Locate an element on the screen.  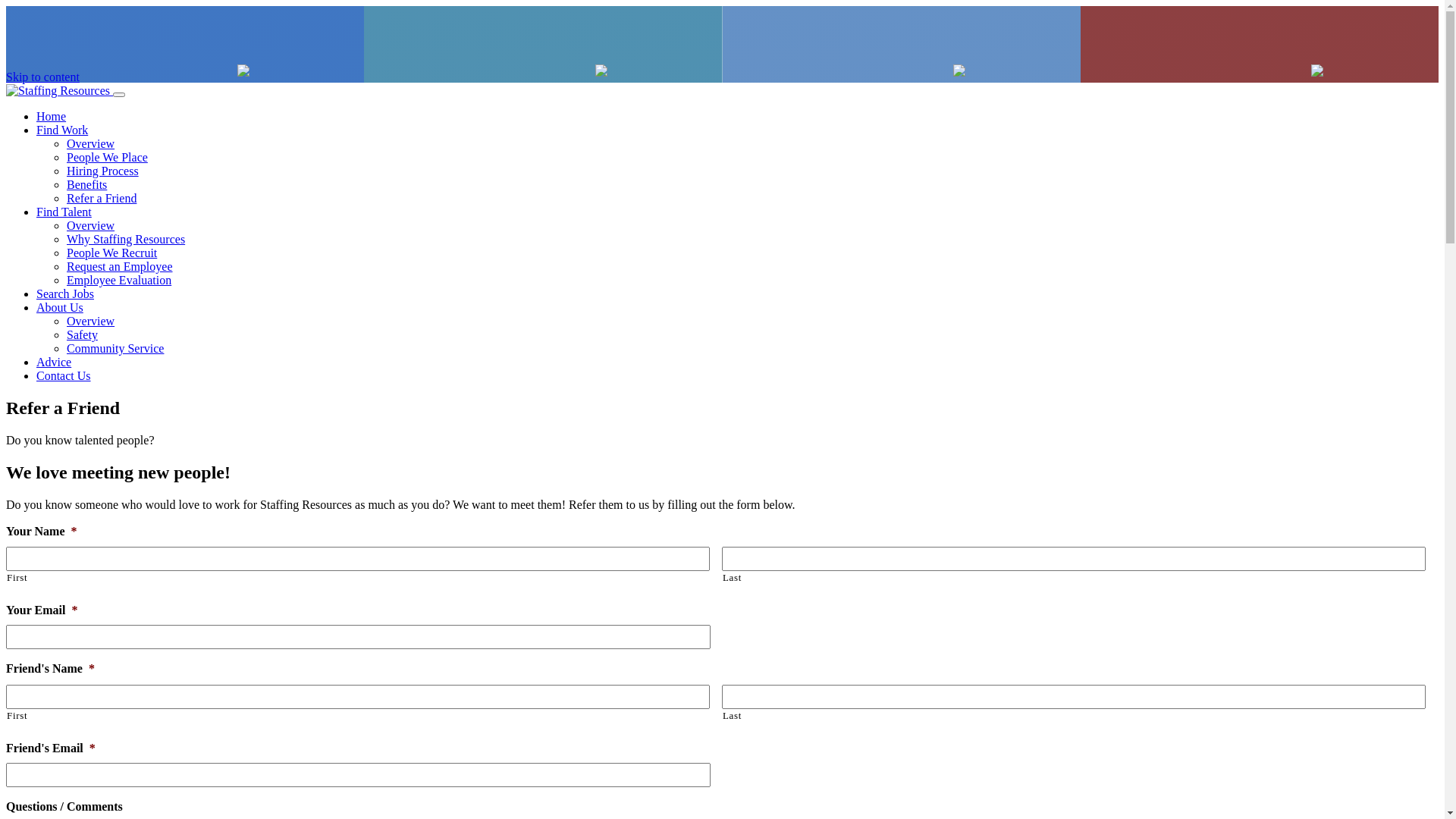
'Employee Evaluation' is located at coordinates (118, 280).